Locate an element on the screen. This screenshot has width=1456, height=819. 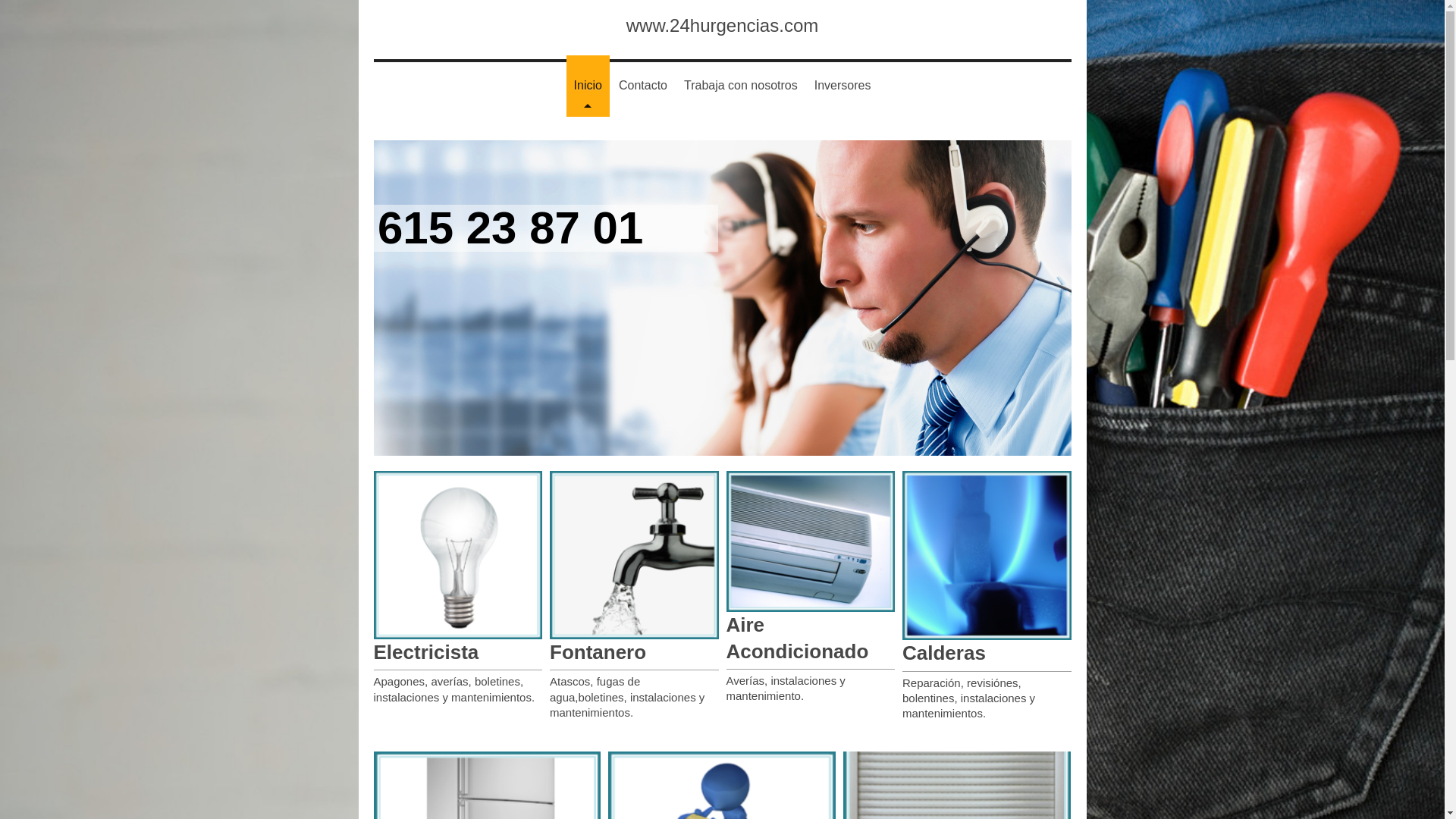
'Contacto' is located at coordinates (611, 86).